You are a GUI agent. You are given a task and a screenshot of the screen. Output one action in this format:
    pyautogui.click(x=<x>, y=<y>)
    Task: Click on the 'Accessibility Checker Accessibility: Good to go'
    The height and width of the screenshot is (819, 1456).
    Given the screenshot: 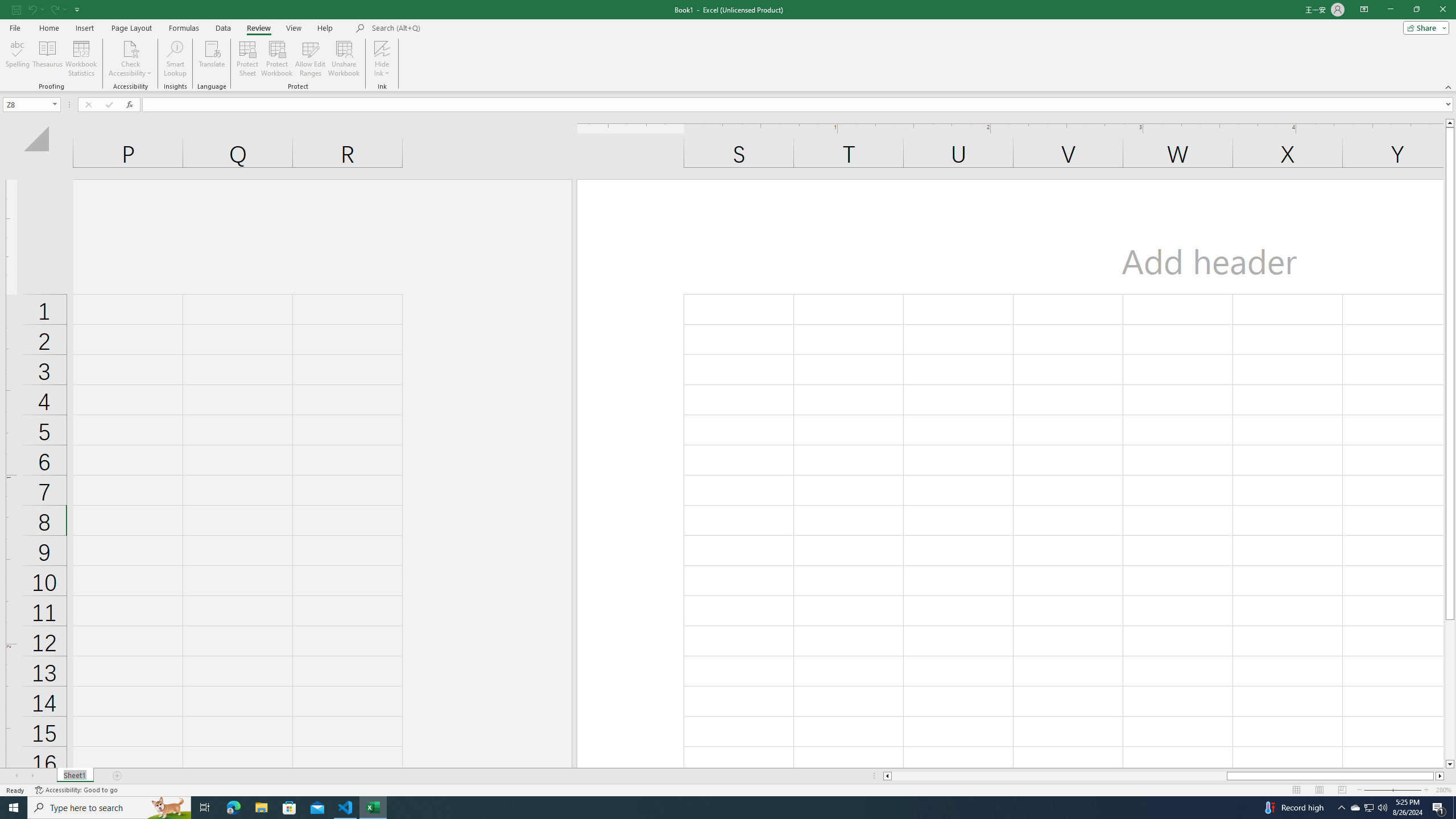 What is the action you would take?
    pyautogui.click(x=76, y=790)
    